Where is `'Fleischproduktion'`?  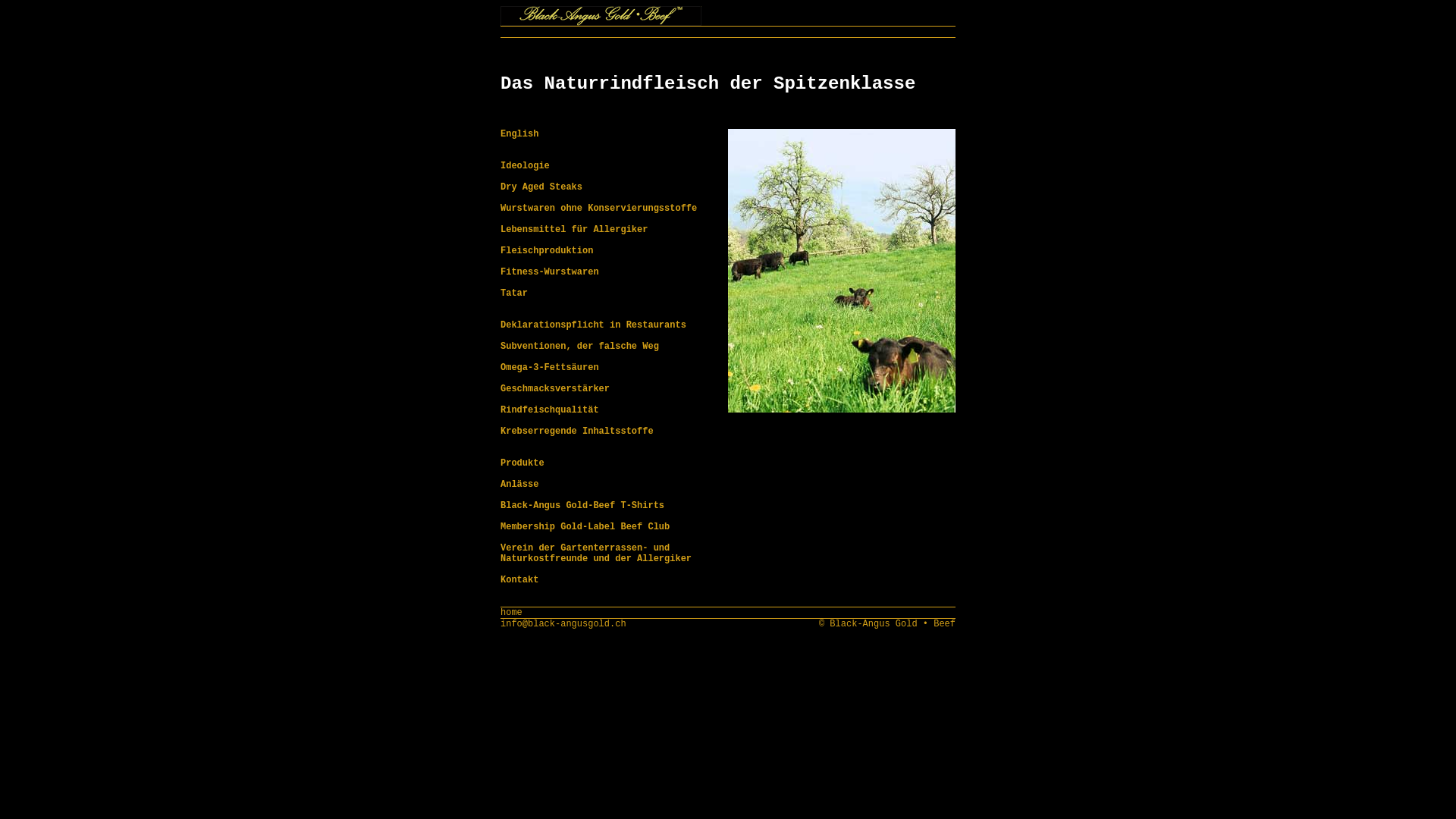 'Fleischproduktion' is located at coordinates (546, 250).